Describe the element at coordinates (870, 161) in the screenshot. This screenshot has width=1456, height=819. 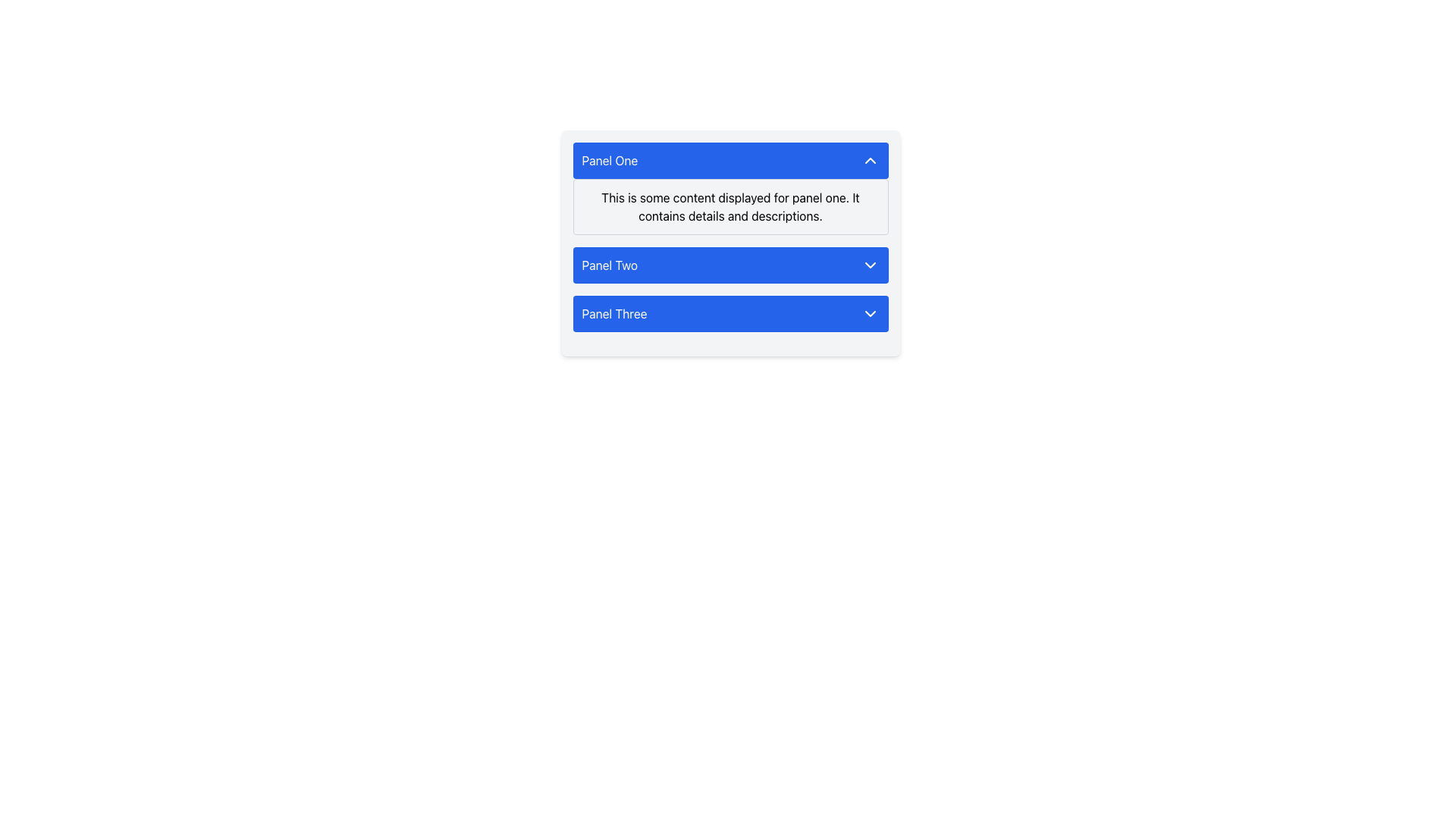
I see `the chevron-shaped arrow icon located to the right of the text 'Panel One'` at that location.